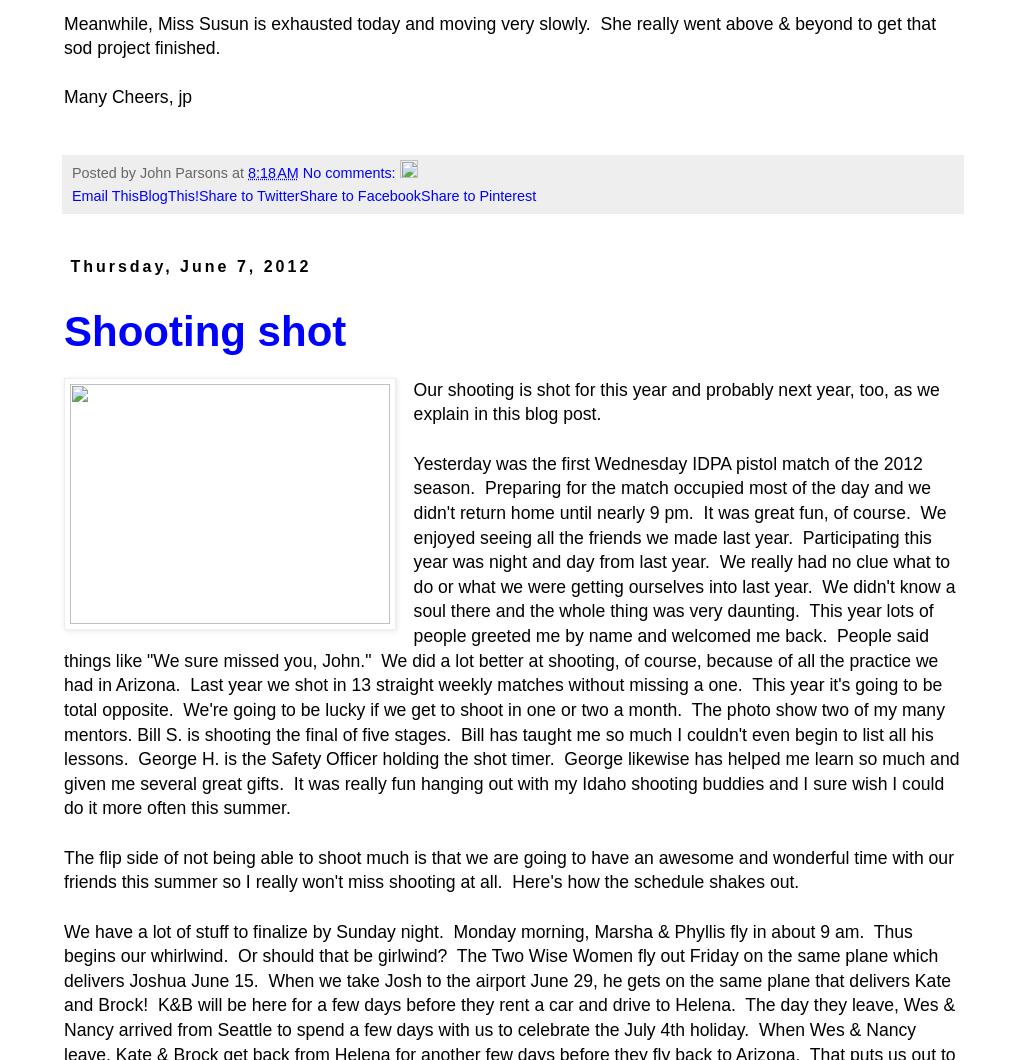 The width and height of the screenshot is (1018, 1060). Describe the element at coordinates (64, 869) in the screenshot. I see `'The flip side of not being able to shoot much is that we are going to have an awesome and wonderful time with our friends this summer so I really won't miss shooting at all.  Here's how the schedule shakes out.'` at that location.